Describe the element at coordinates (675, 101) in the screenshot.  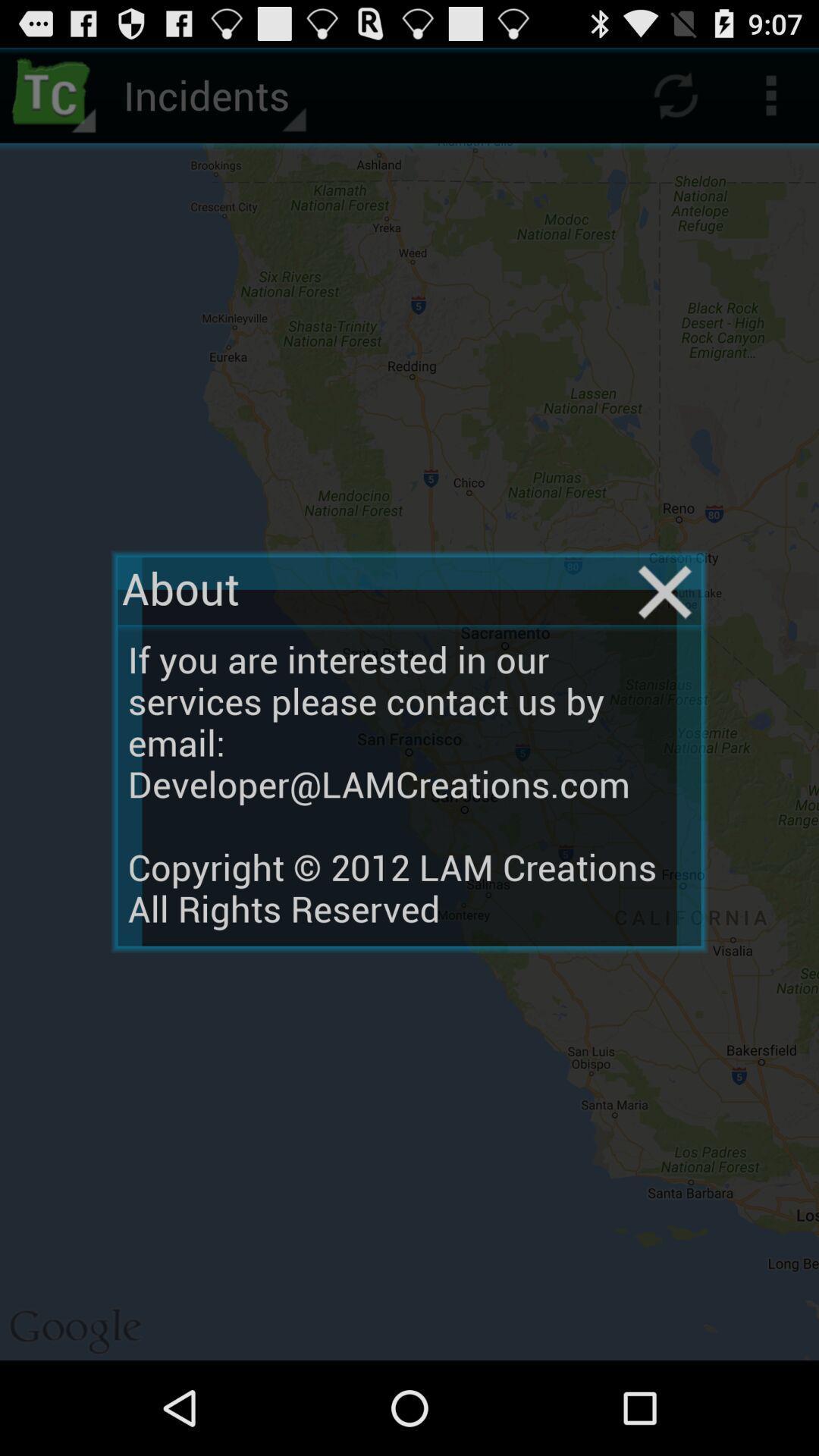
I see `the refresh icon` at that location.